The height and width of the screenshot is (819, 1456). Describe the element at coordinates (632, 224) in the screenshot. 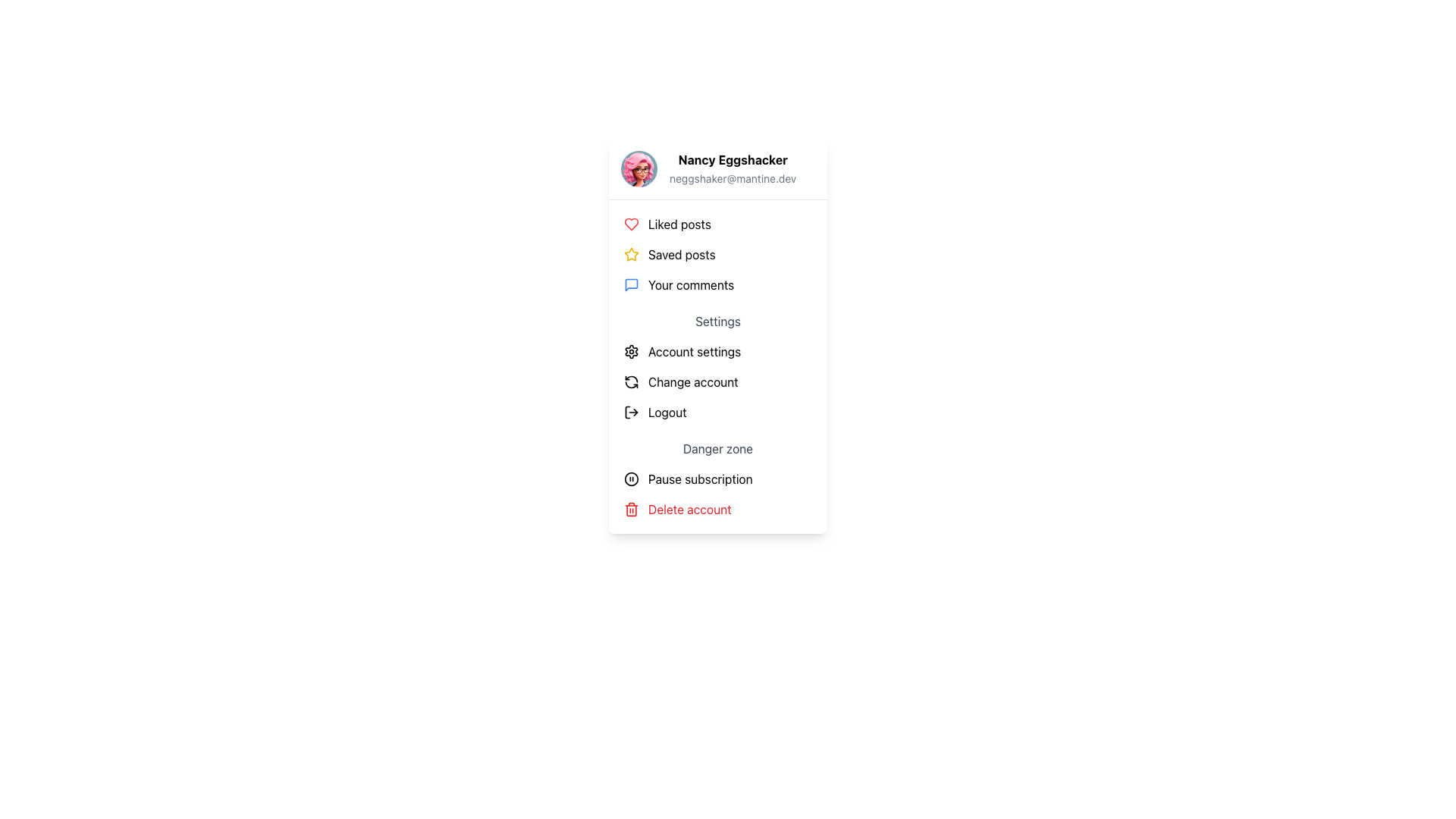

I see `the 'Liked posts' icon, which is the first icon in the dropdown menu, located to the left of the text 'Liked posts'` at that location.